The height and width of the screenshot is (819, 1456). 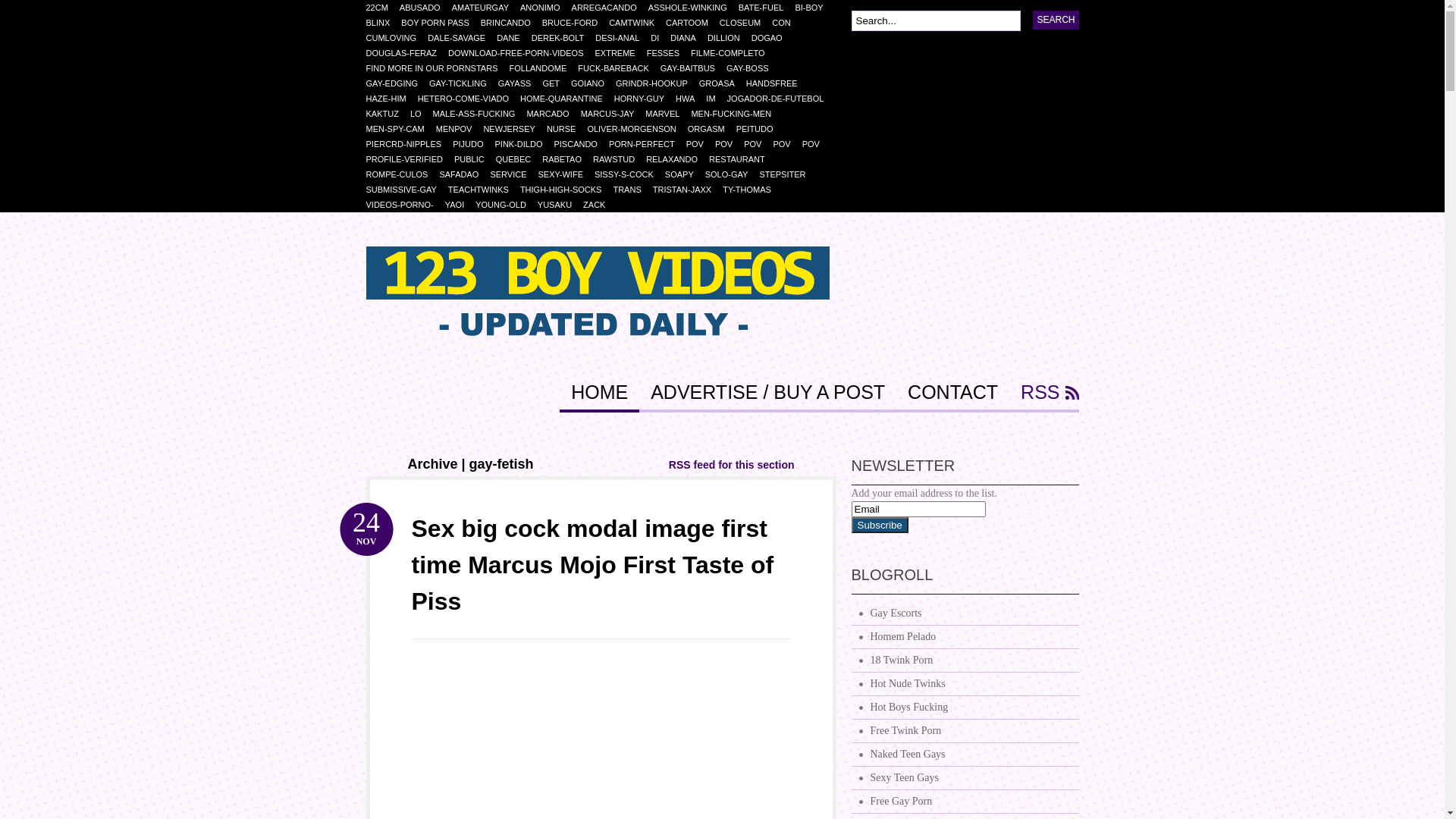 What do you see at coordinates (582, 205) in the screenshot?
I see `'ZACK'` at bounding box center [582, 205].